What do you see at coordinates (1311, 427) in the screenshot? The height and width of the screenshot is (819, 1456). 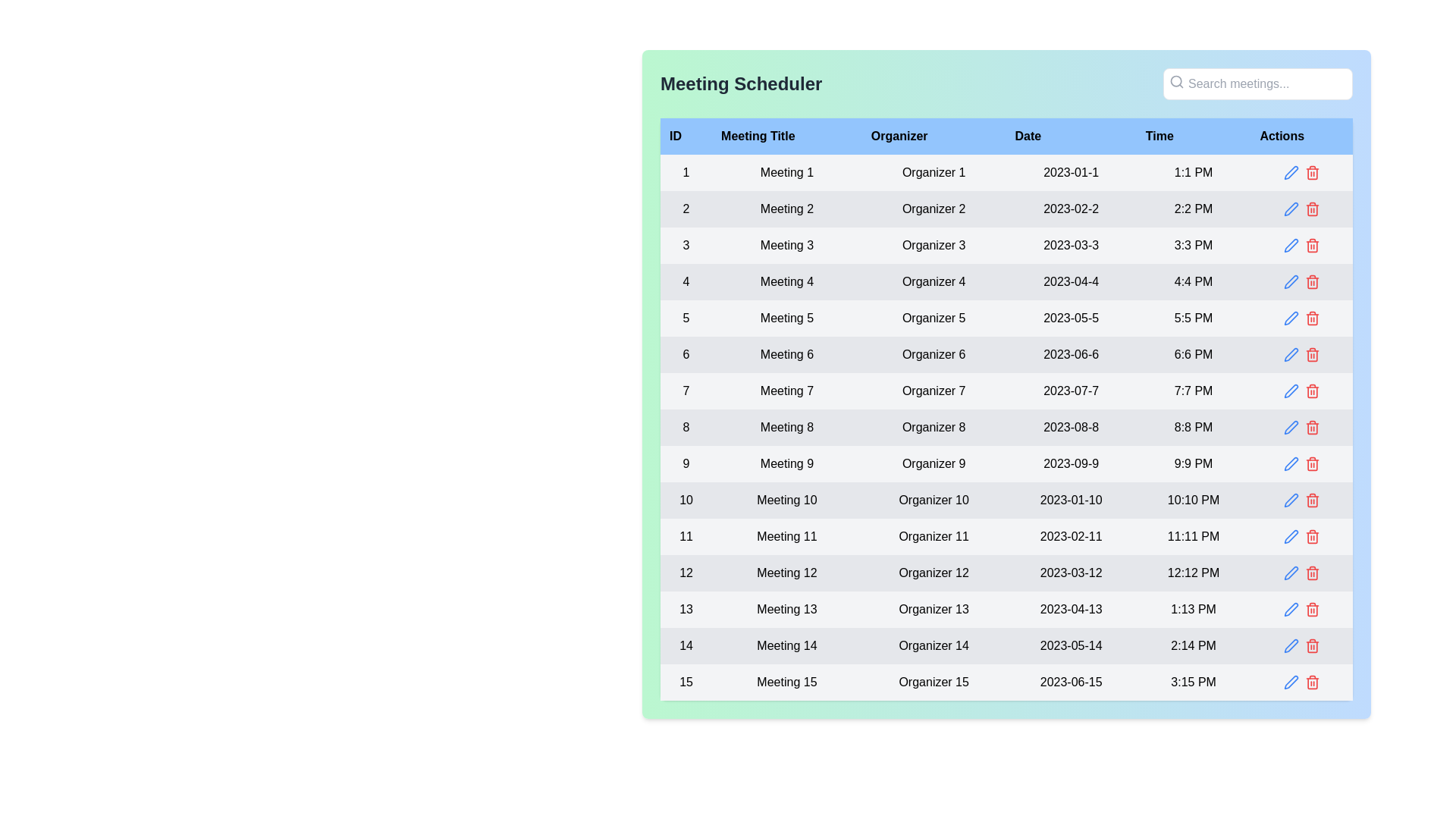 I see `the red trash icon button in the 'Actions' column of the 8th row in the meetings table to possibly reveal additional information or a confirmation prompt` at bounding box center [1311, 427].